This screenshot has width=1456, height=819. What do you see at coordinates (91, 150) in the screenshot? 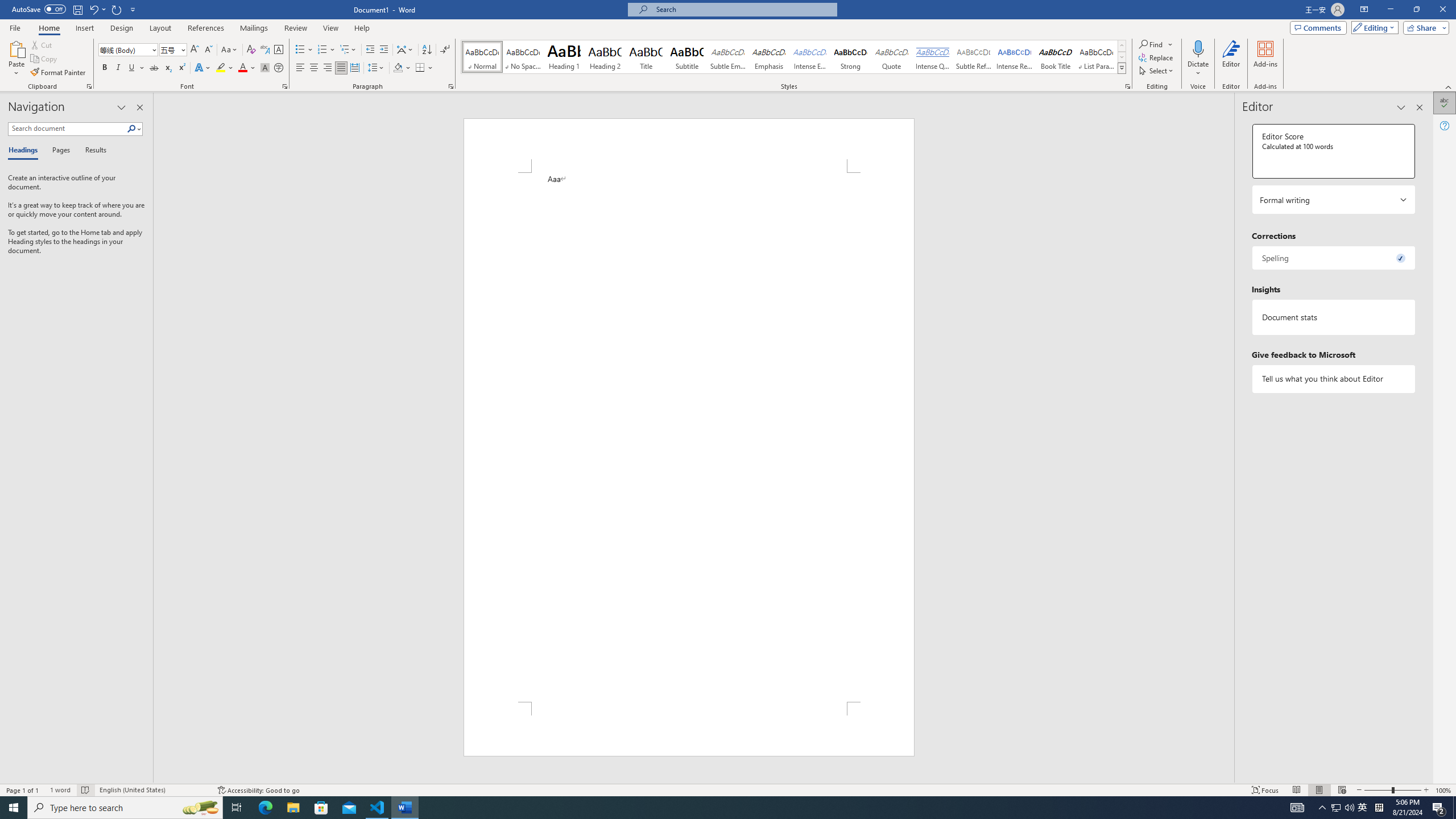
I see `'Results'` at bounding box center [91, 150].